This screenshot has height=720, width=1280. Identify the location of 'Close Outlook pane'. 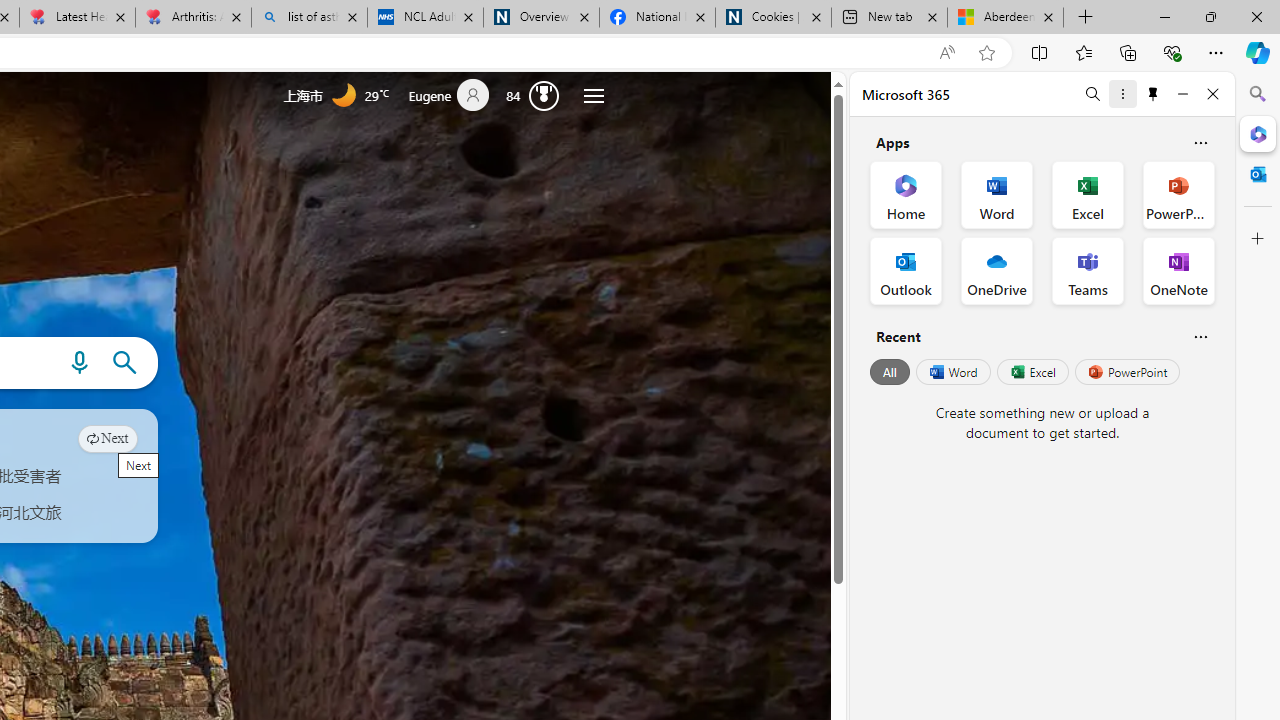
(1257, 173).